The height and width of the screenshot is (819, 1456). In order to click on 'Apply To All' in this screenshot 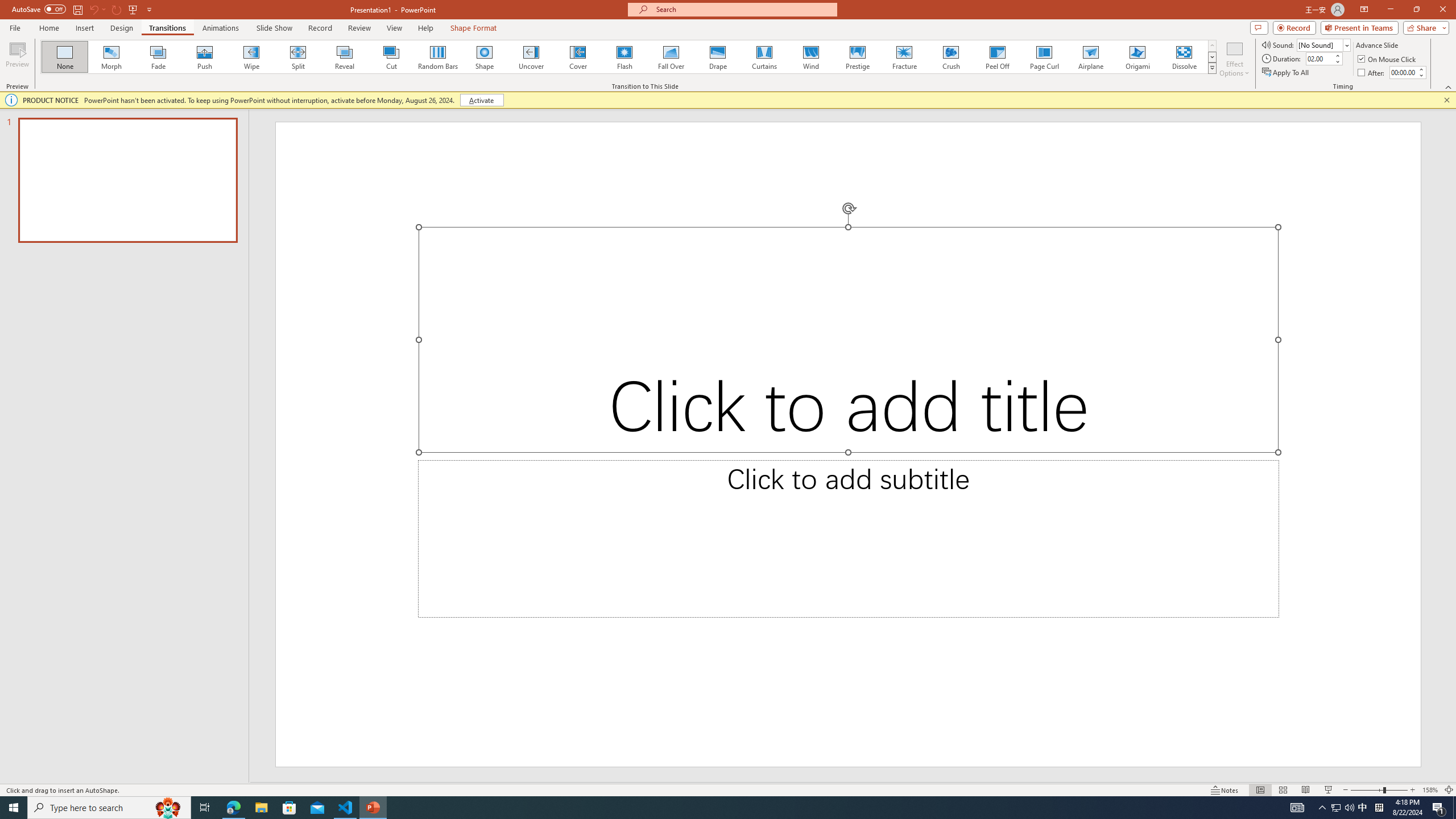, I will do `click(1287, 72)`.